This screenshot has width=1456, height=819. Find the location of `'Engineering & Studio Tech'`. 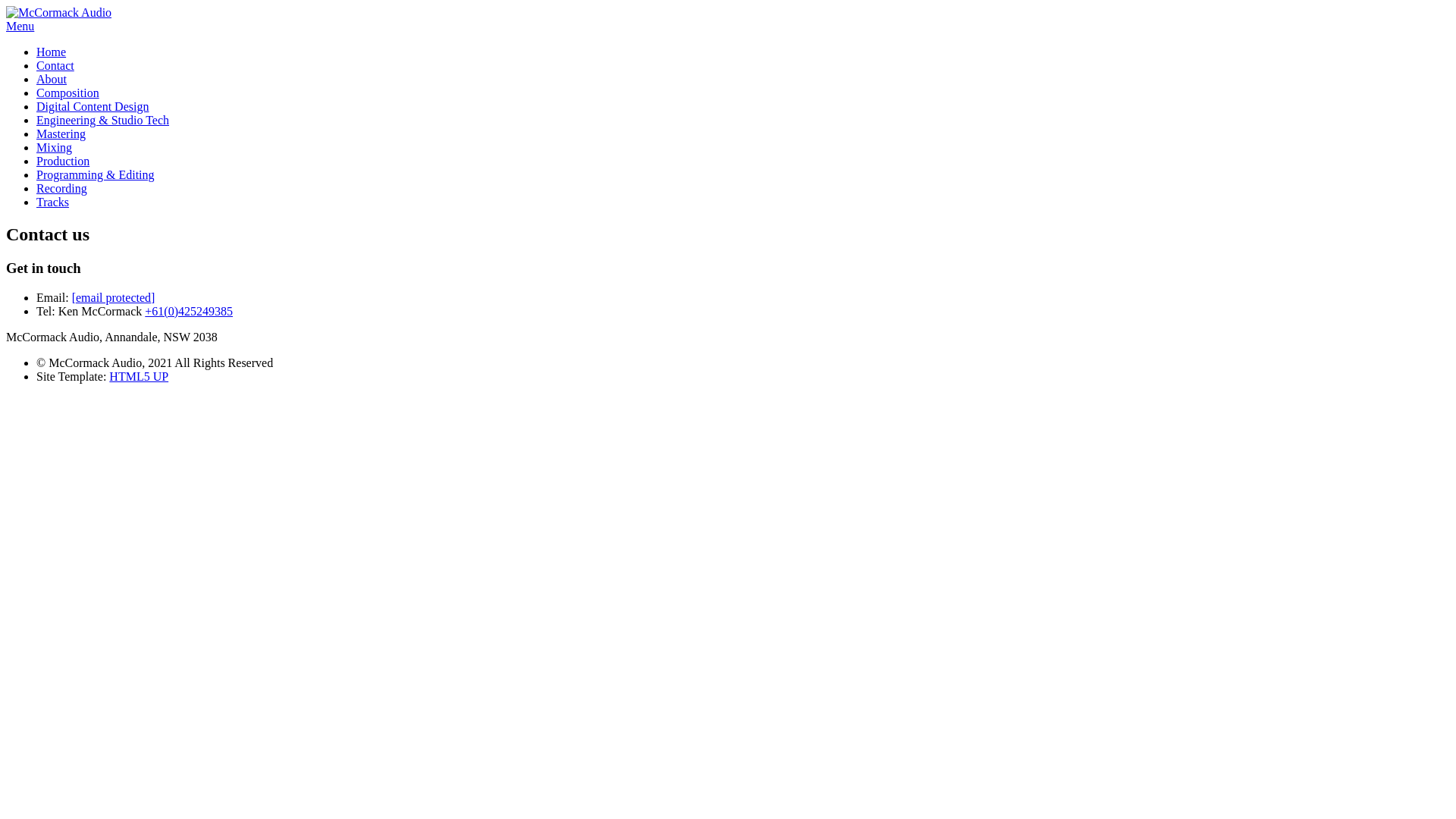

'Engineering & Studio Tech' is located at coordinates (102, 119).